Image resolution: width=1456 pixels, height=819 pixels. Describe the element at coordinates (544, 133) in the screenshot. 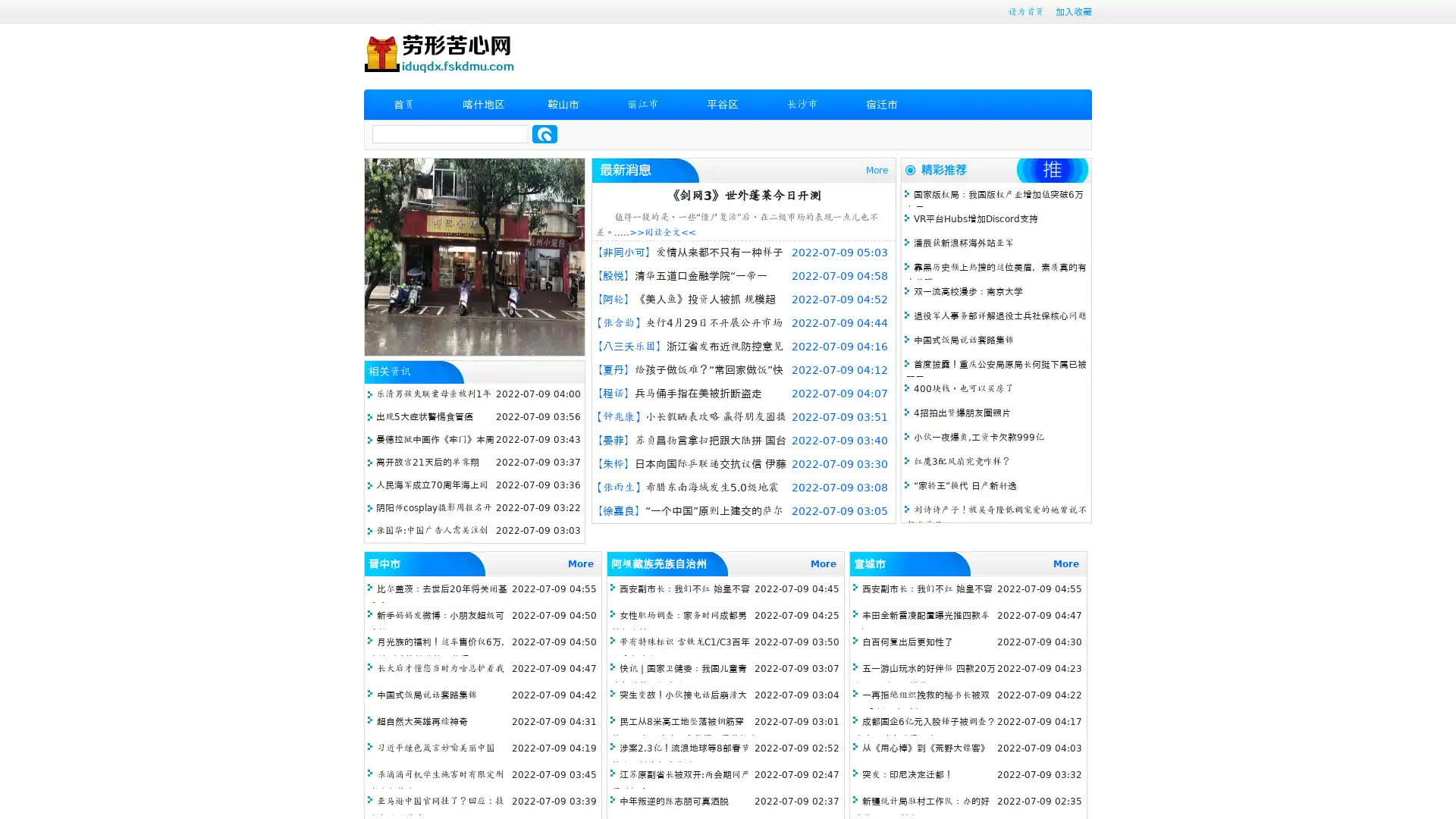

I see `Search` at that location.